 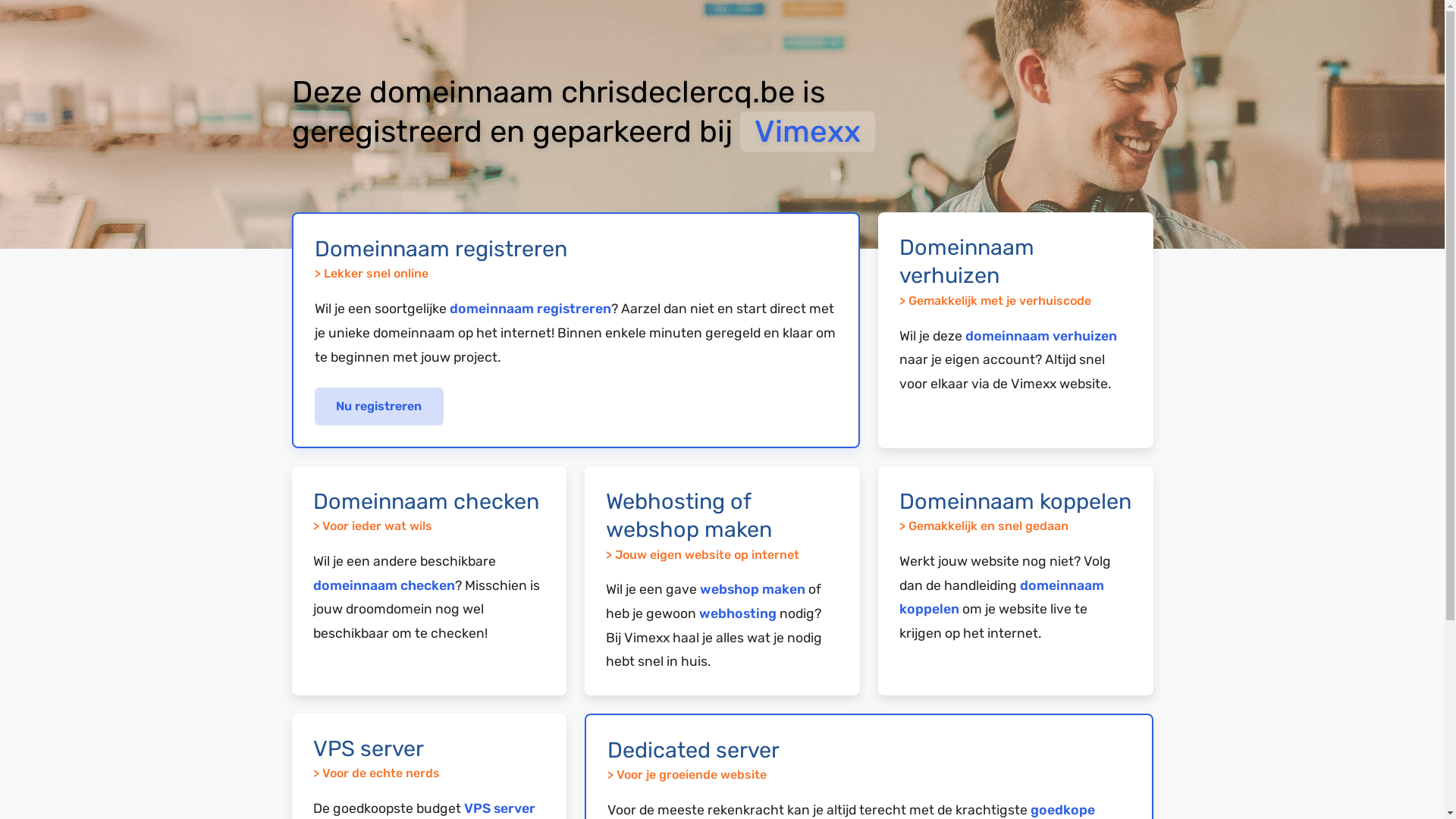 What do you see at coordinates (752, 588) in the screenshot?
I see `'webshop maken'` at bounding box center [752, 588].